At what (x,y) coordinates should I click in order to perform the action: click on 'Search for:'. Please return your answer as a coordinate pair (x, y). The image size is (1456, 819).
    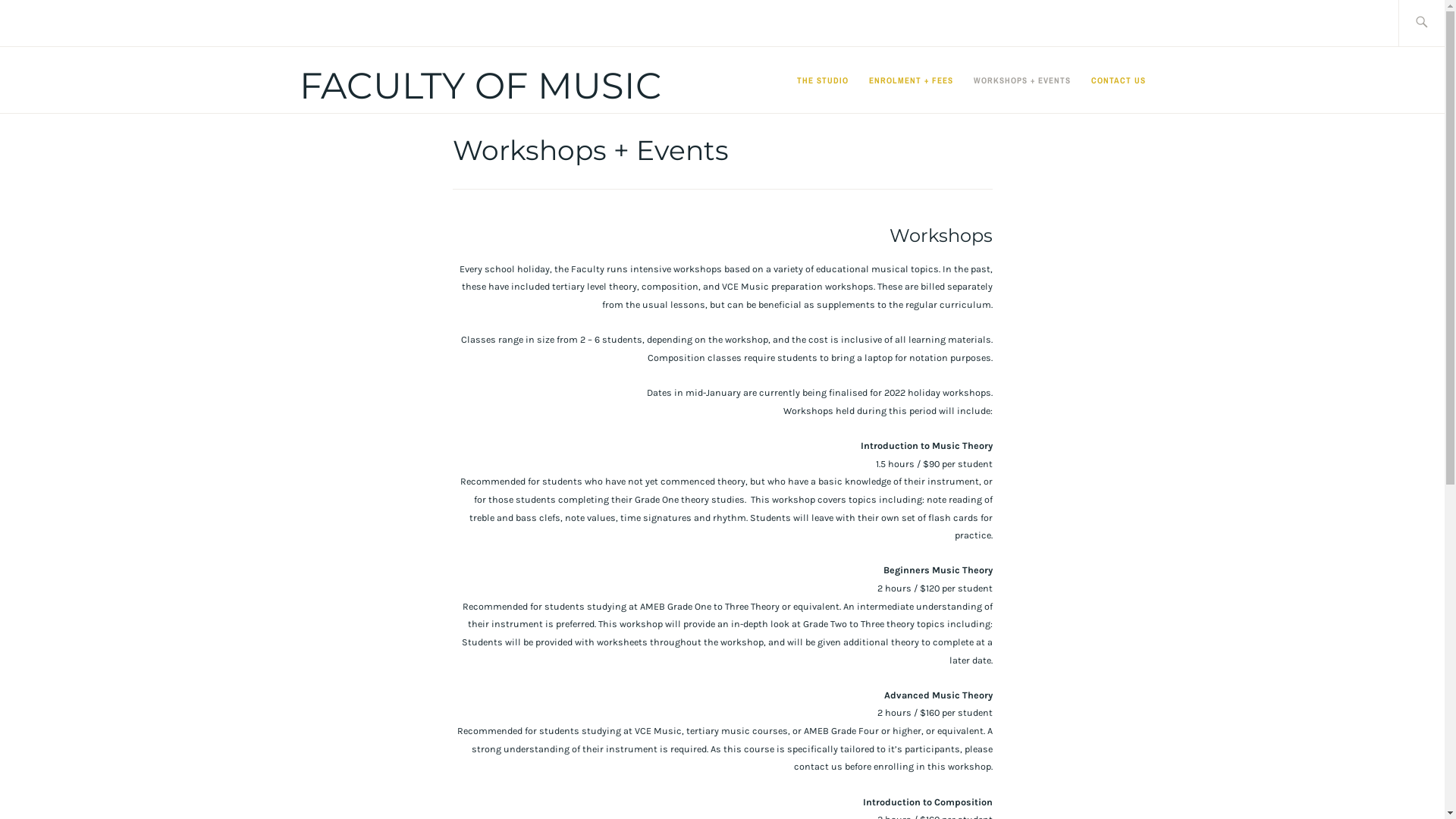
    Looking at the image, I should click on (1439, 23).